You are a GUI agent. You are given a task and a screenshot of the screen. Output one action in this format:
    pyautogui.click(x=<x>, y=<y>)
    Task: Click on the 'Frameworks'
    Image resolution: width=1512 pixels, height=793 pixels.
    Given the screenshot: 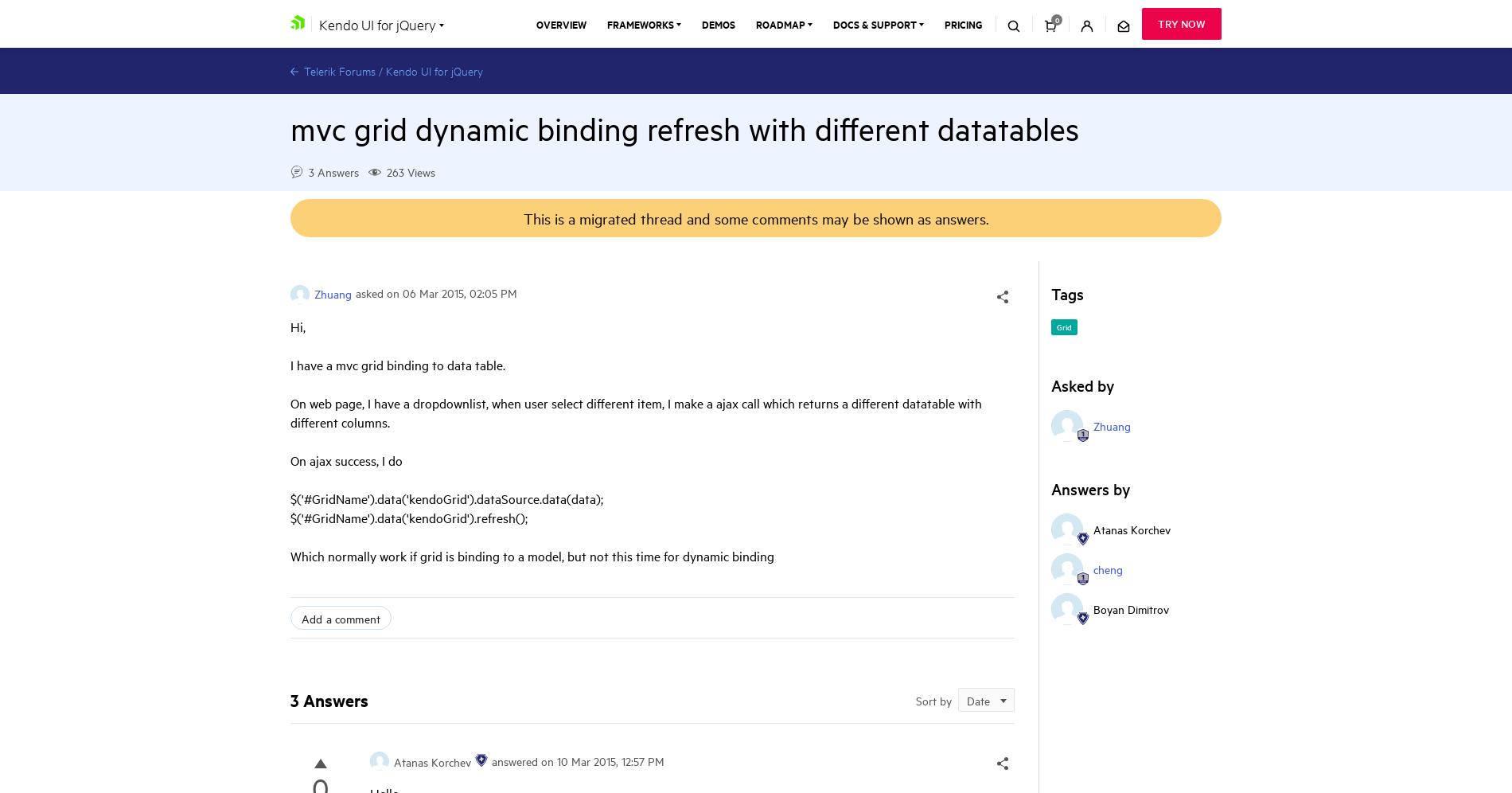 What is the action you would take?
    pyautogui.click(x=641, y=23)
    